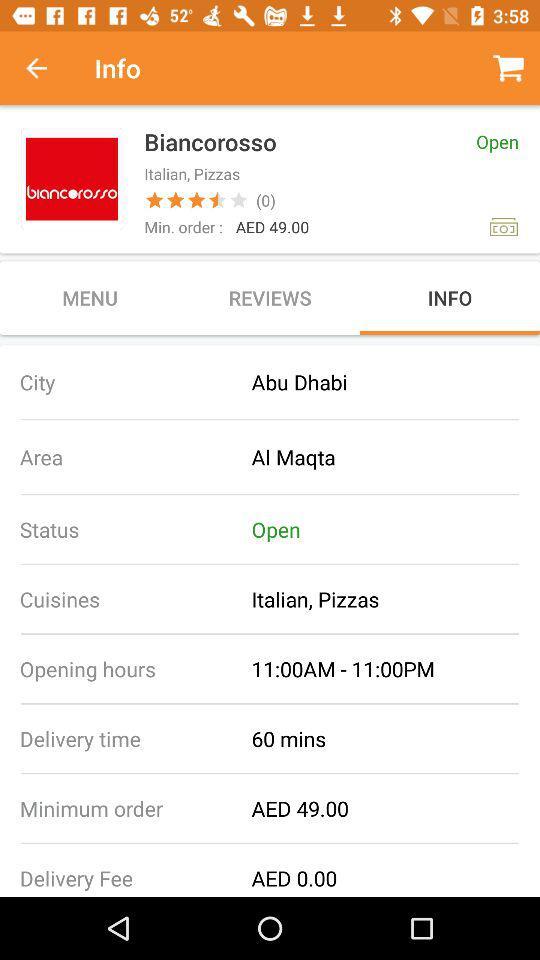 The height and width of the screenshot is (960, 540). Describe the element at coordinates (47, 68) in the screenshot. I see `previous` at that location.